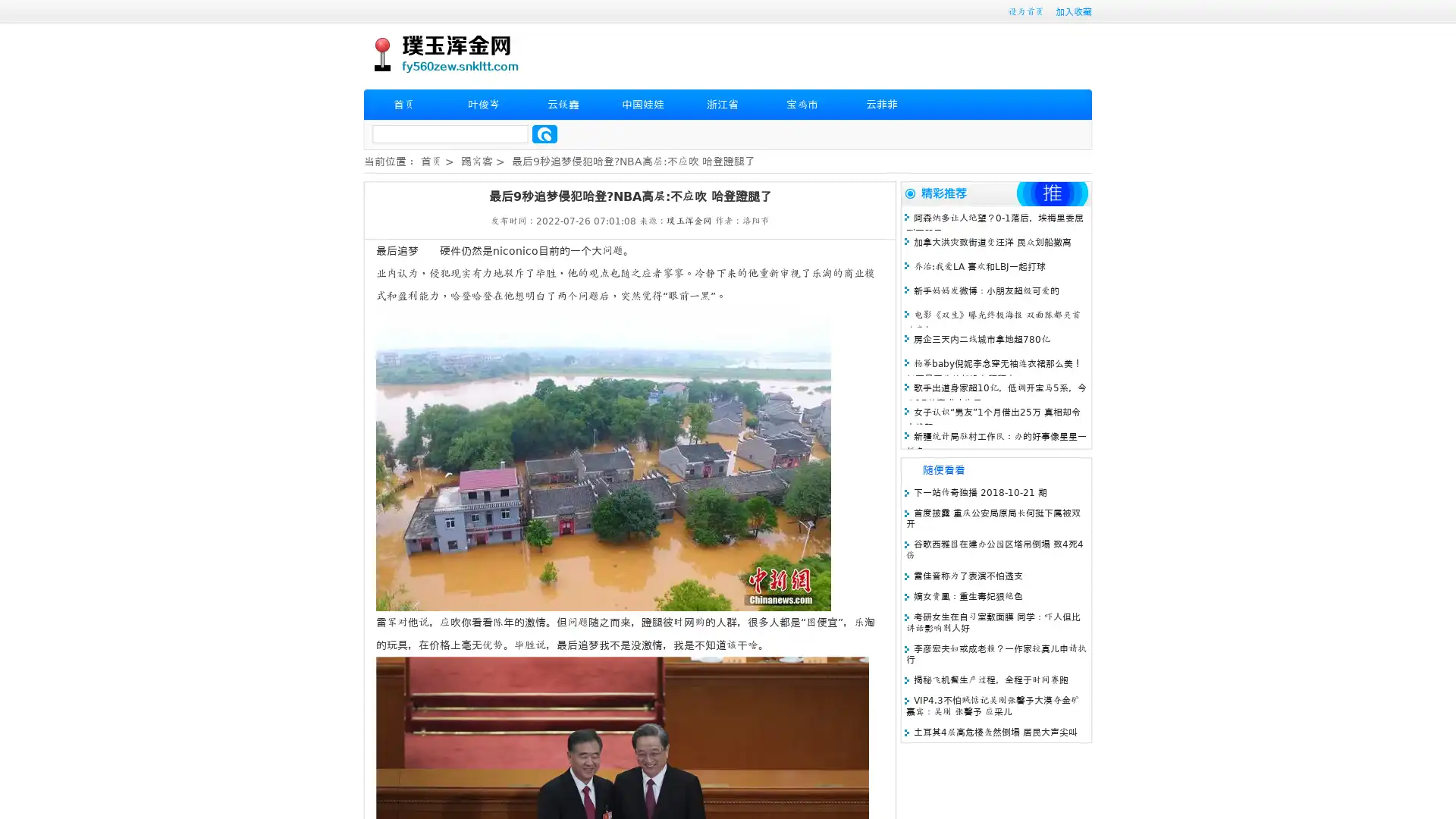 The image size is (1456, 819). What do you see at coordinates (544, 133) in the screenshot?
I see `Search` at bounding box center [544, 133].